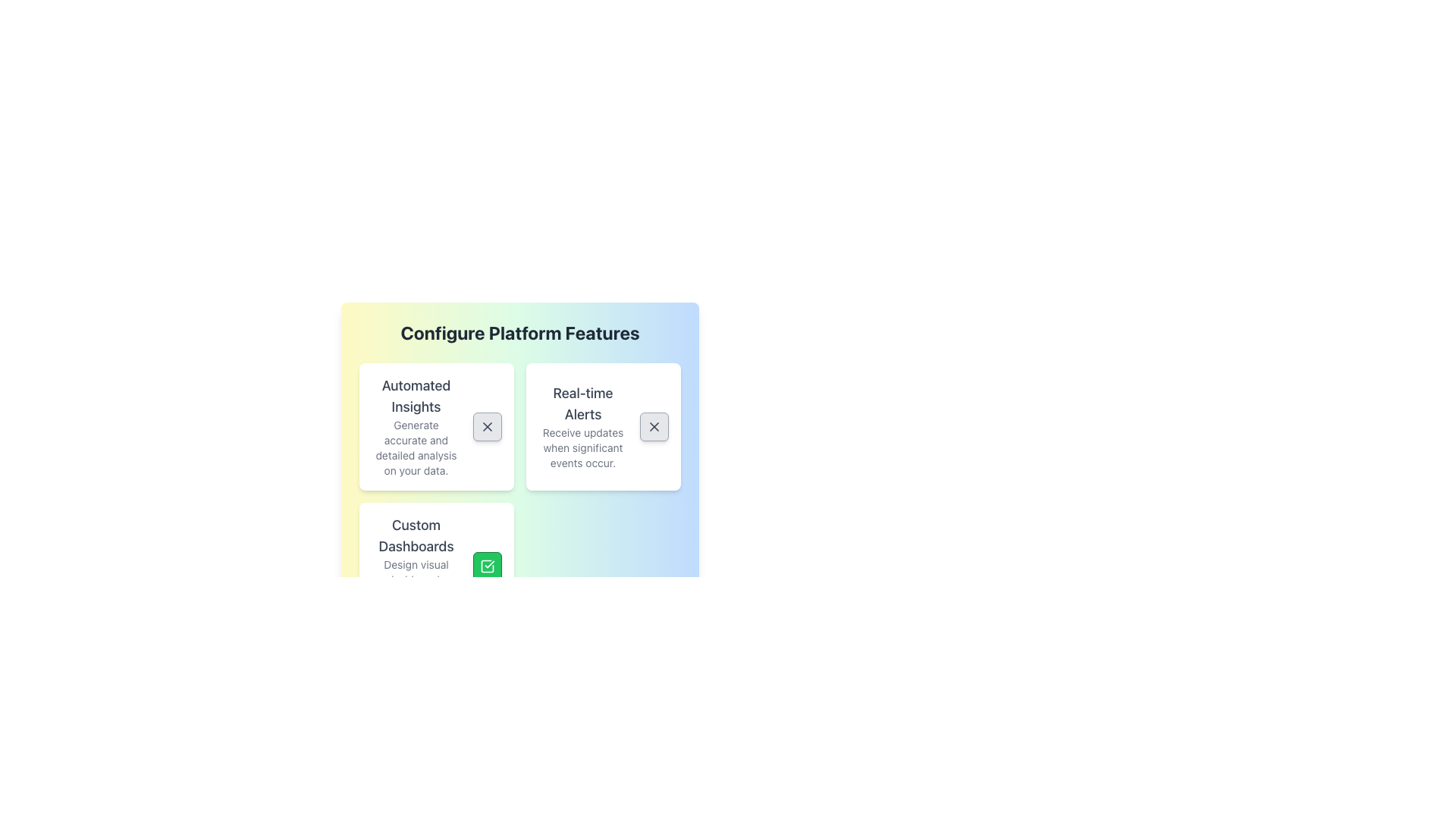  What do you see at coordinates (488, 566) in the screenshot?
I see `the toggle button located at the bottom-right corner of the 'Custom Dashboards' card` at bounding box center [488, 566].